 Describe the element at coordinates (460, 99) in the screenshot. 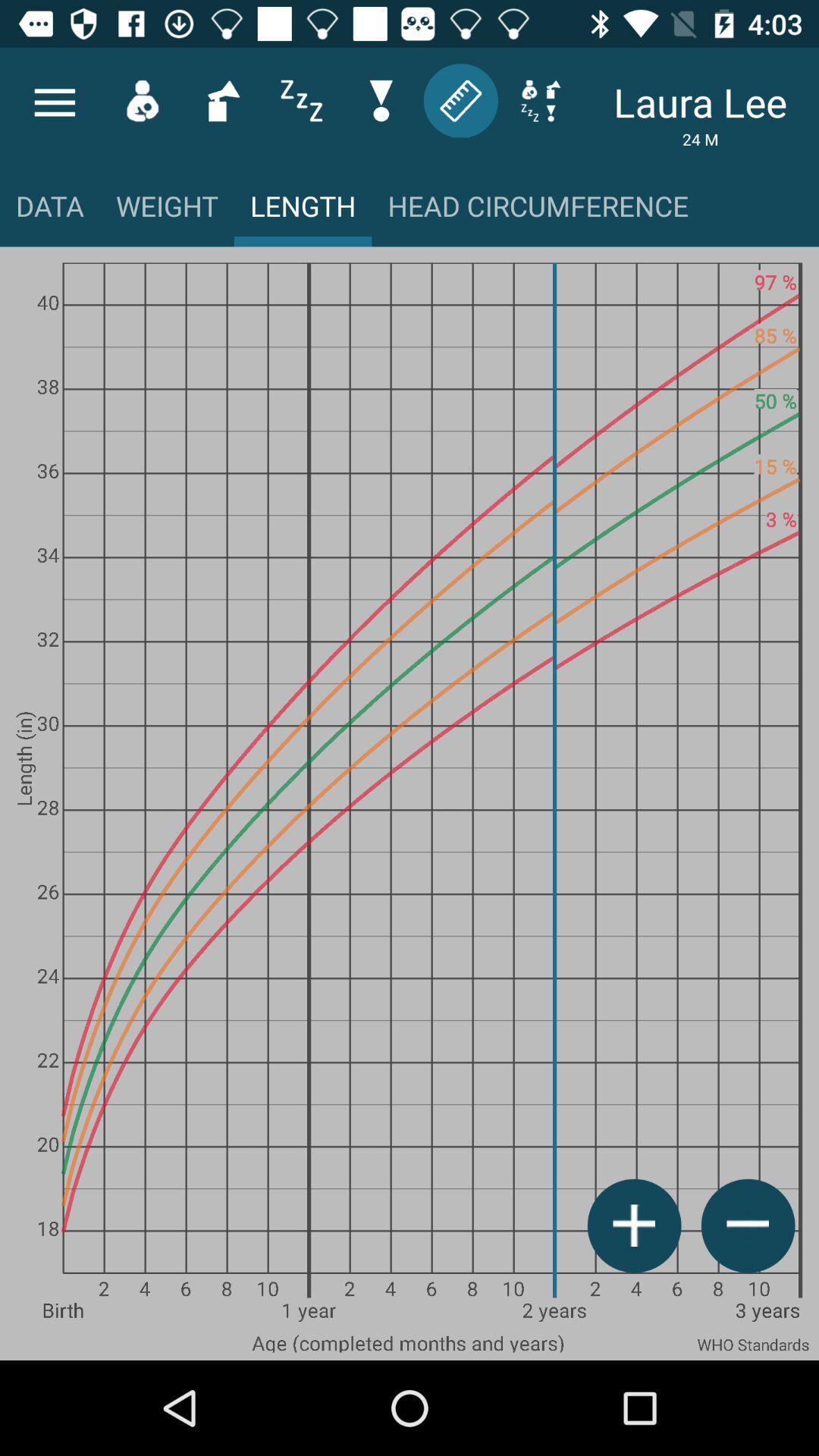

I see `the label icon` at that location.